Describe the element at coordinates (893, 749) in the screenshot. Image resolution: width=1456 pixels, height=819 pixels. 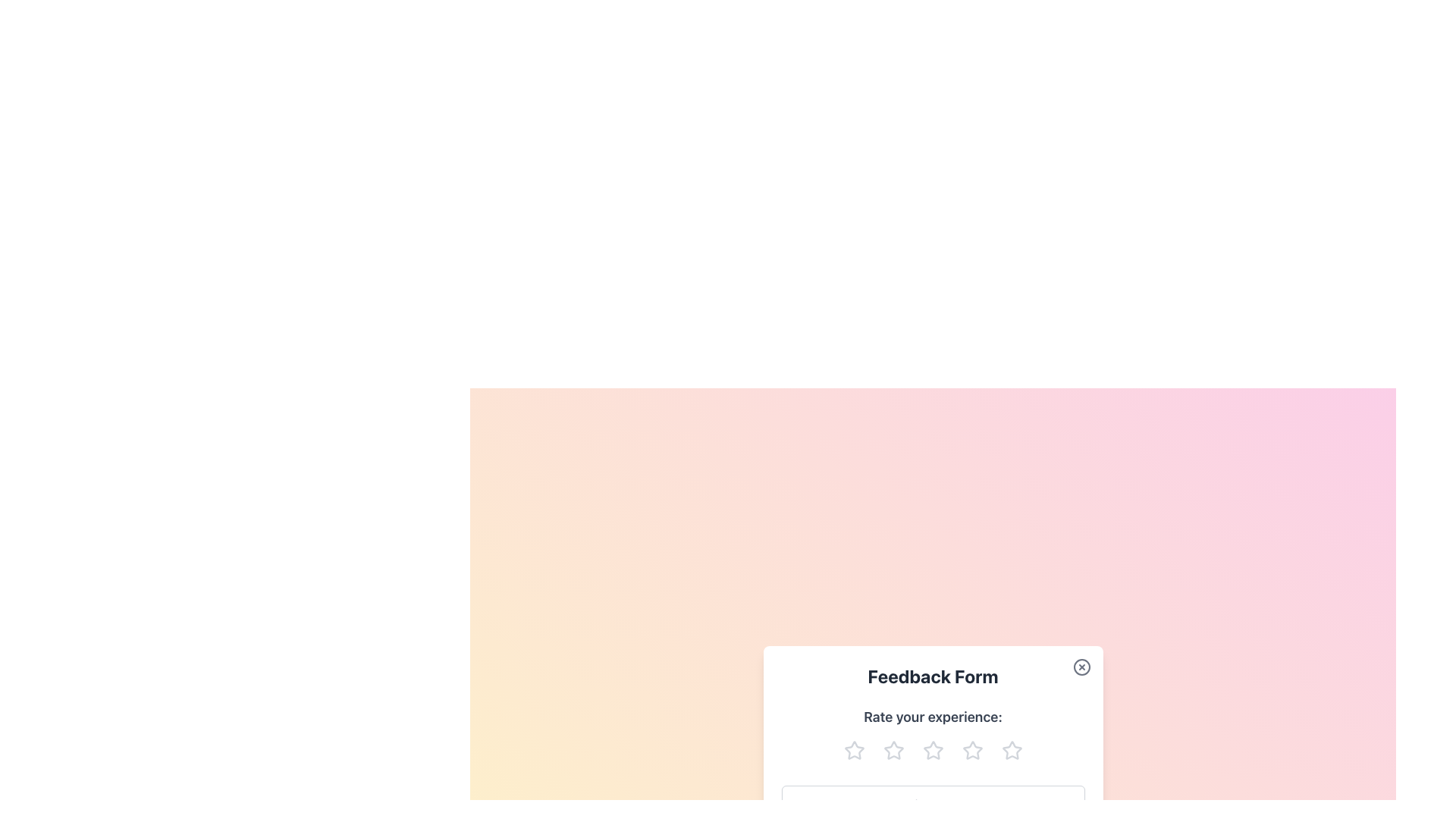
I see `the second star icon in the horizontal row of five star icons, which is located beneath the text 'Rate your experience:' in the feedback form` at that location.